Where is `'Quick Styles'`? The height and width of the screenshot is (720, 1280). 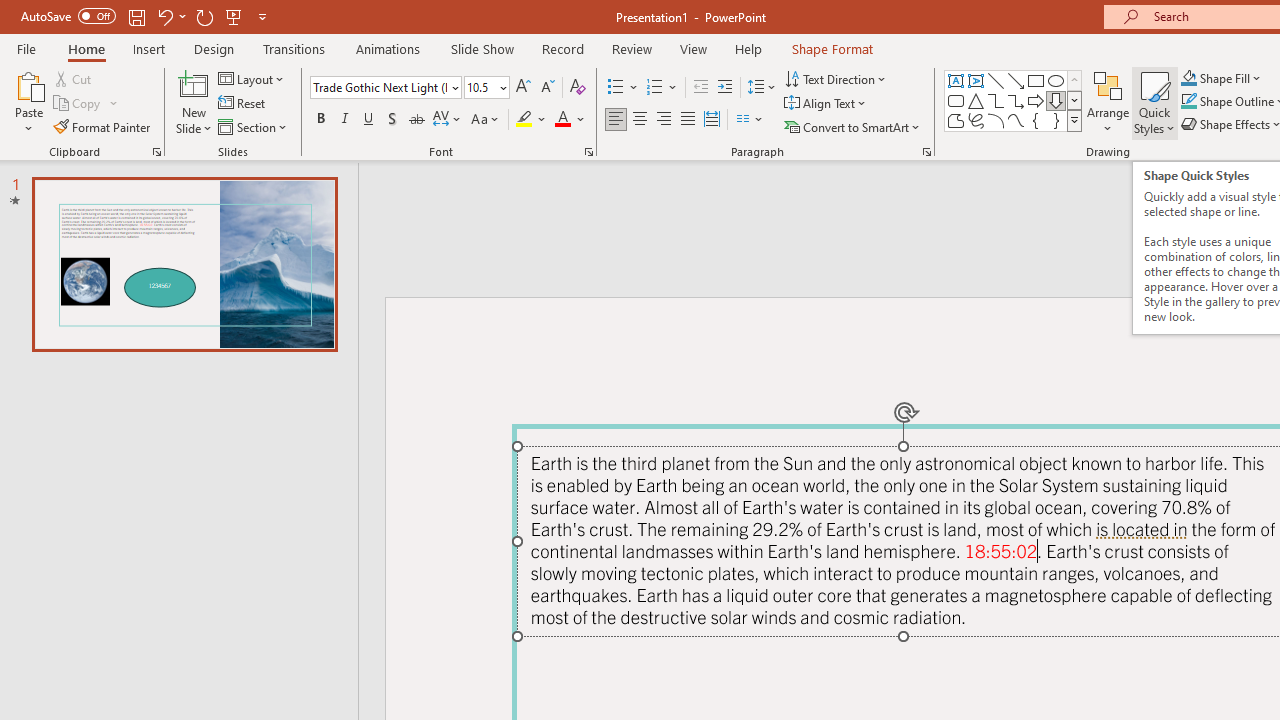
'Quick Styles' is located at coordinates (1154, 103).